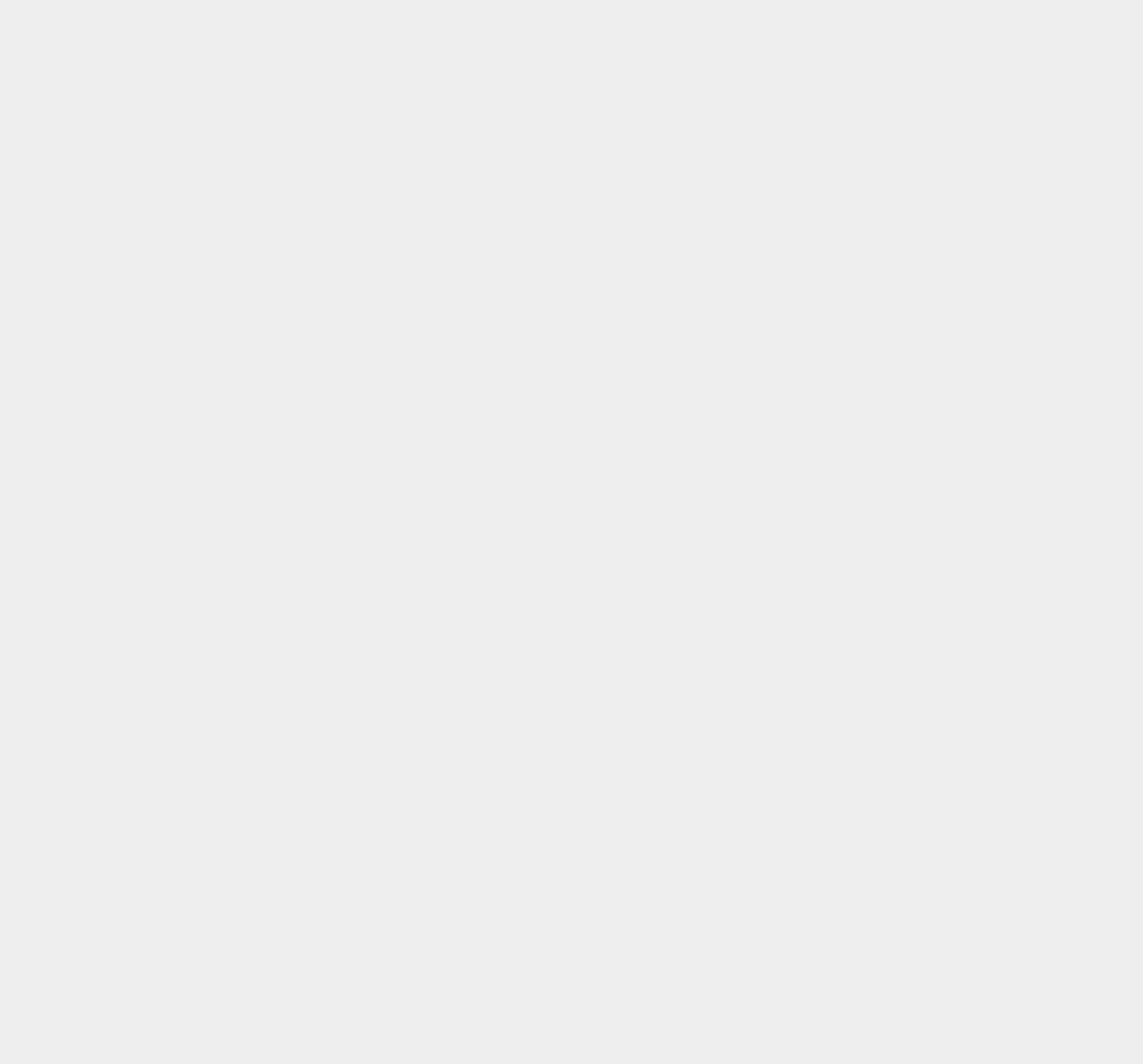 This screenshot has width=1143, height=1064. What do you see at coordinates (807, 777) in the screenshot?
I see `'Facebook Credits'` at bounding box center [807, 777].